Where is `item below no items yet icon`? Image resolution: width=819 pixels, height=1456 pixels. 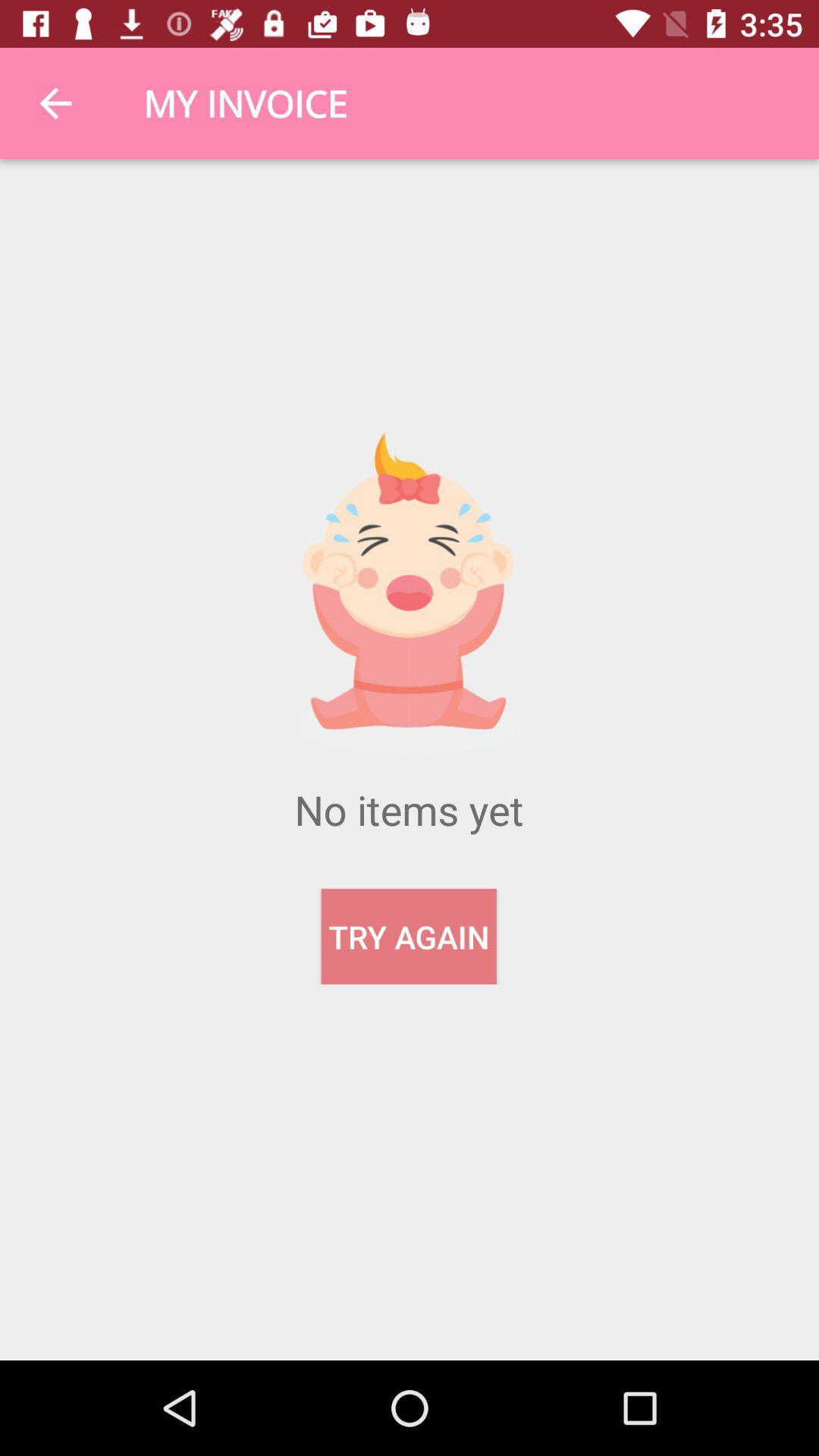 item below no items yet icon is located at coordinates (408, 936).